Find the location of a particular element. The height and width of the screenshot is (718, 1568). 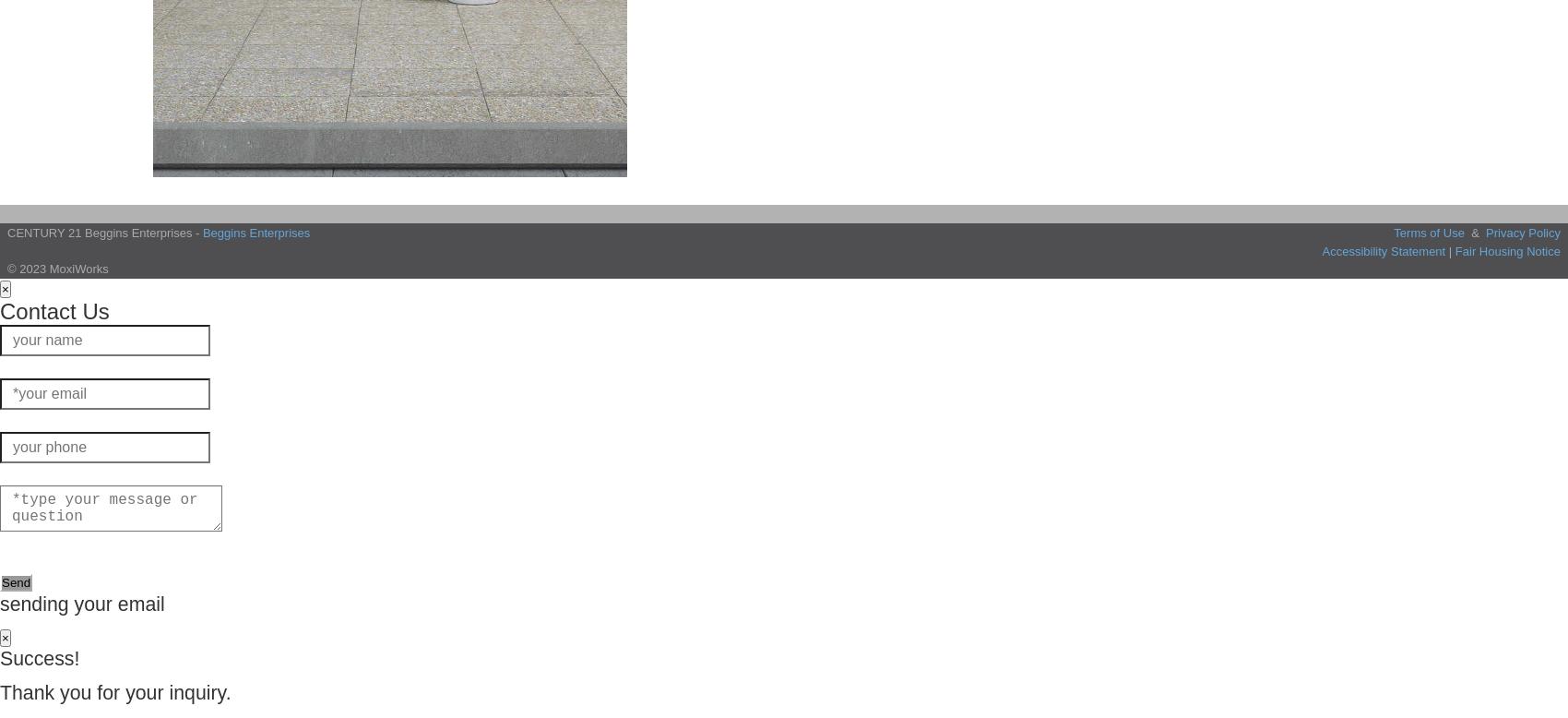

'Thank you for your inquiry.' is located at coordinates (113, 692).